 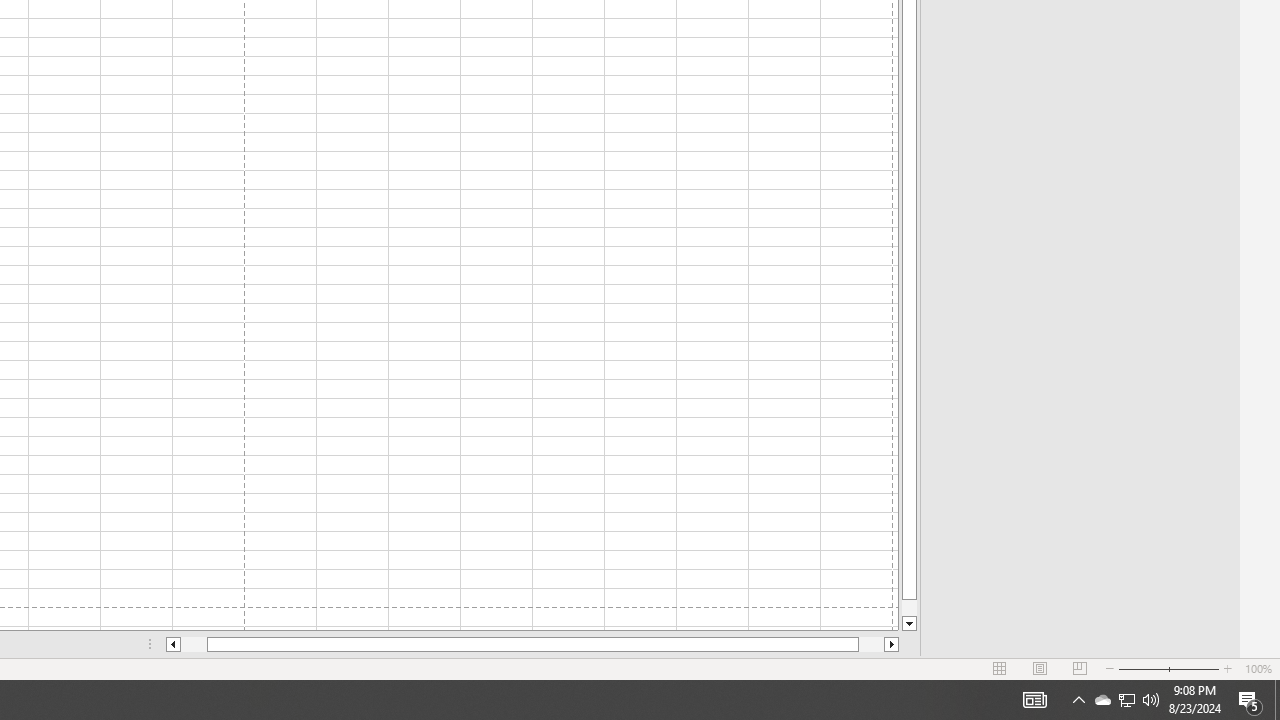 I want to click on 'Zoom', so click(x=1168, y=669).